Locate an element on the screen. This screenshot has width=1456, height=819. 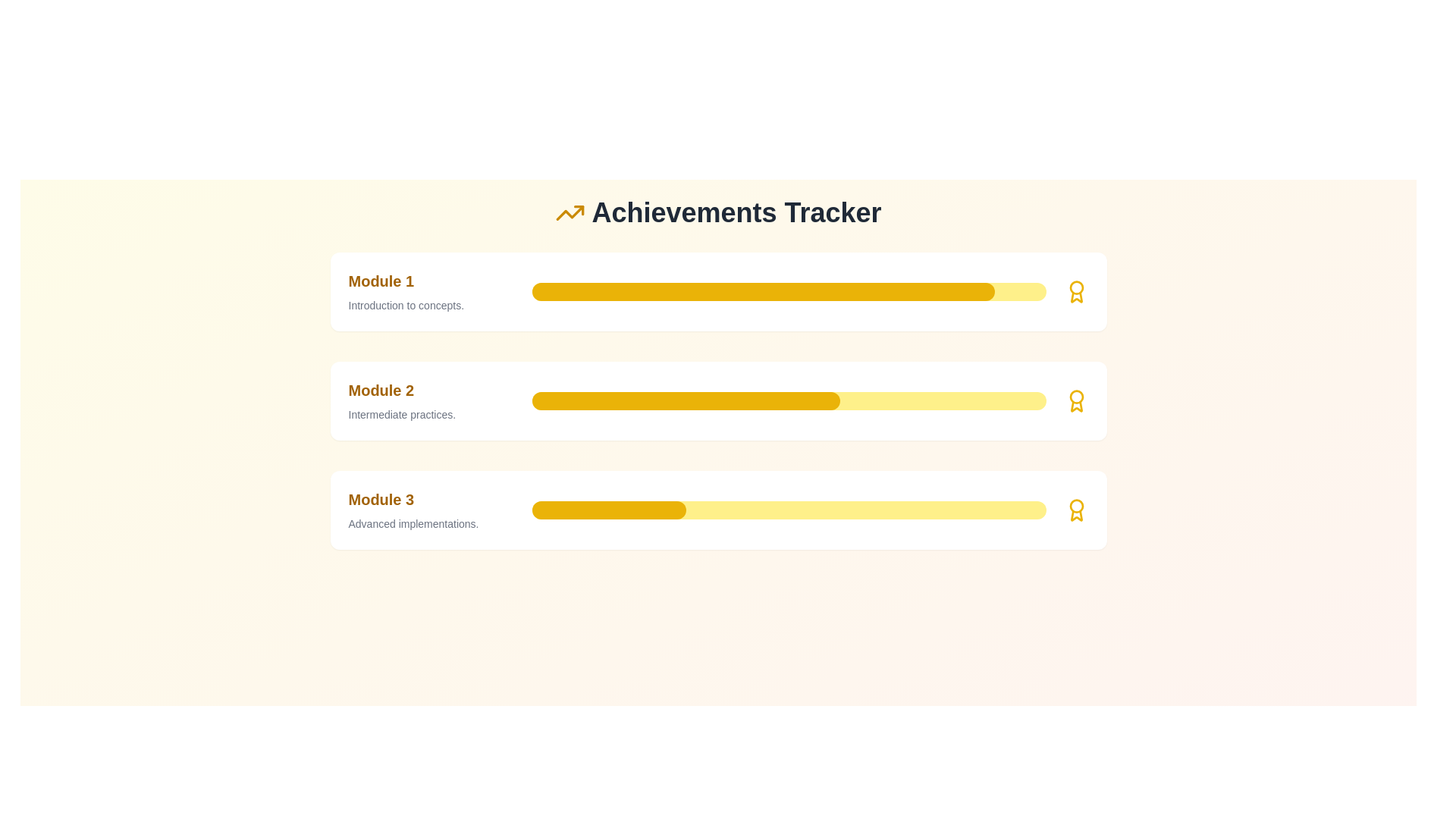
upward trending graphical icon in the SVG group located to the left of the 'Achievements Tracker' label for development purposes is located at coordinates (578, 210).